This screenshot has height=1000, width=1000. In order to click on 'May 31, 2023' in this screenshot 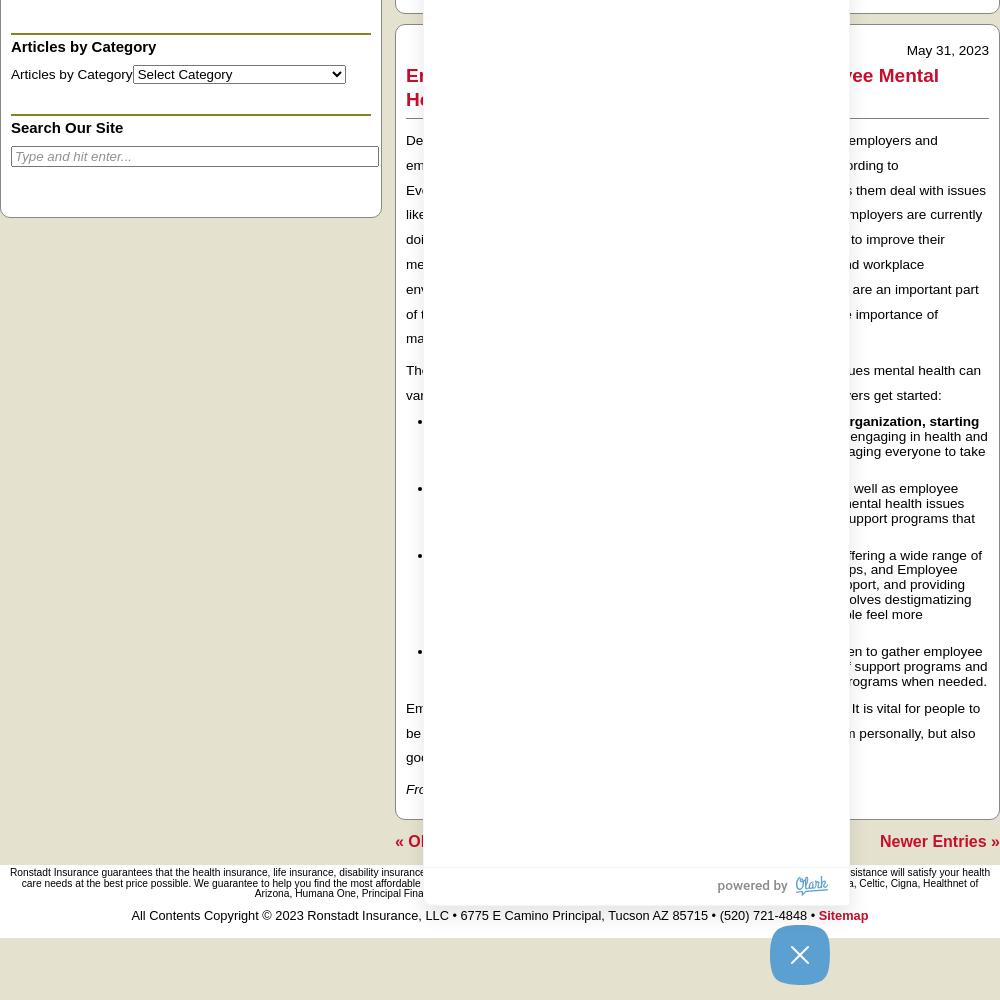, I will do `click(946, 49)`.